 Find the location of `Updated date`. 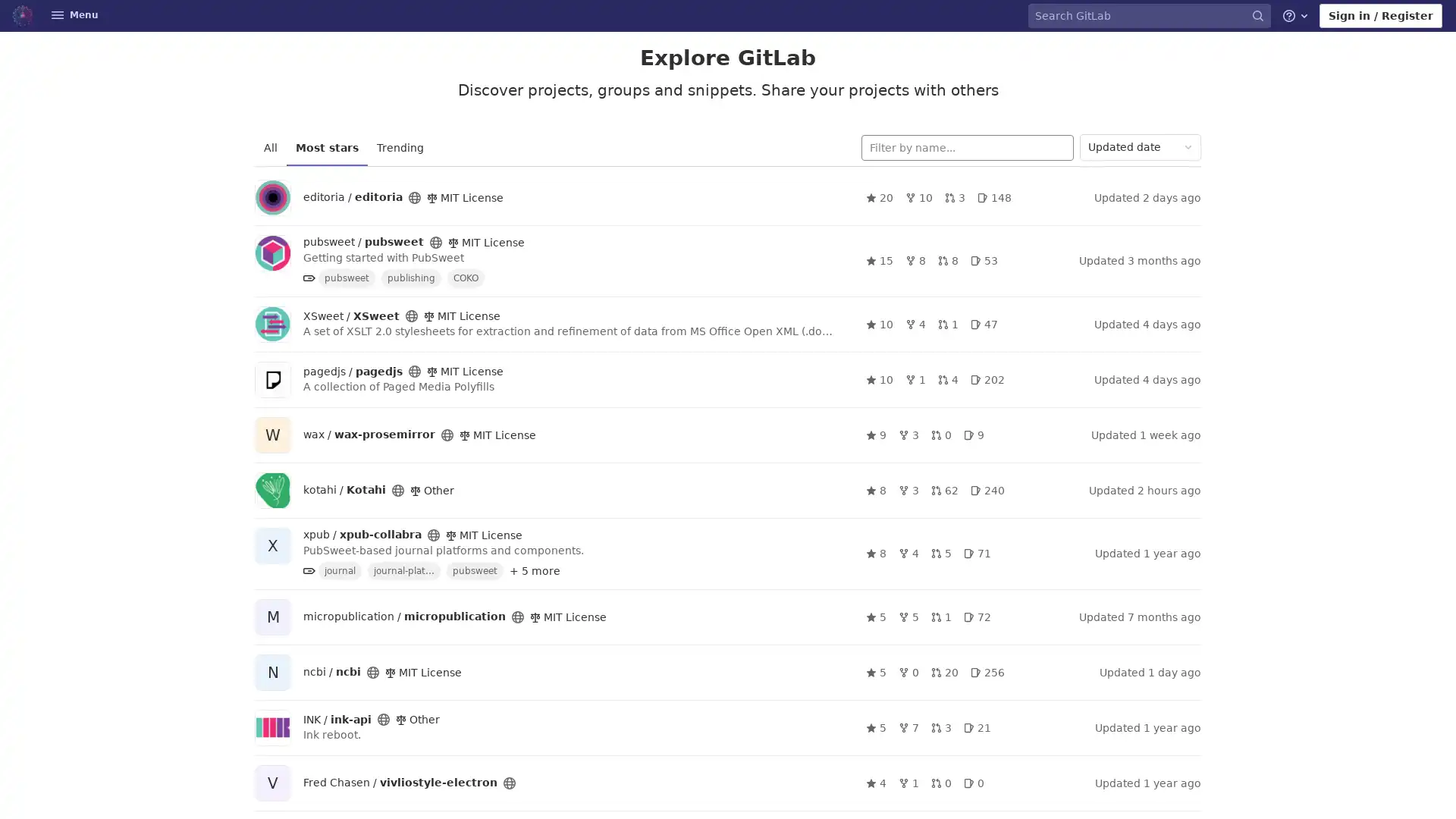

Updated date is located at coordinates (1140, 147).